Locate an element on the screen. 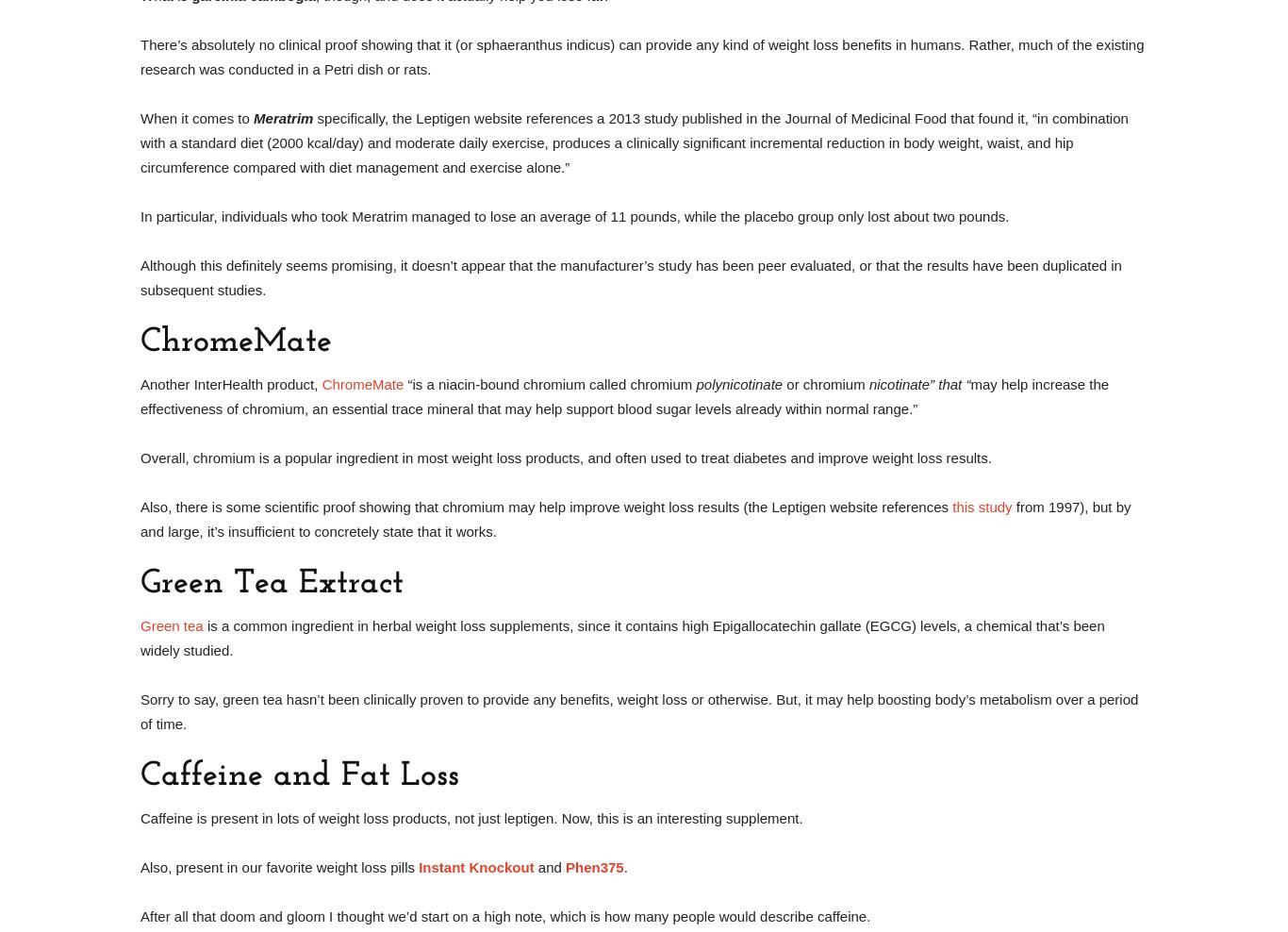 Image resolution: width=1288 pixels, height=932 pixels. 'polynicotinate' is located at coordinates (738, 383).